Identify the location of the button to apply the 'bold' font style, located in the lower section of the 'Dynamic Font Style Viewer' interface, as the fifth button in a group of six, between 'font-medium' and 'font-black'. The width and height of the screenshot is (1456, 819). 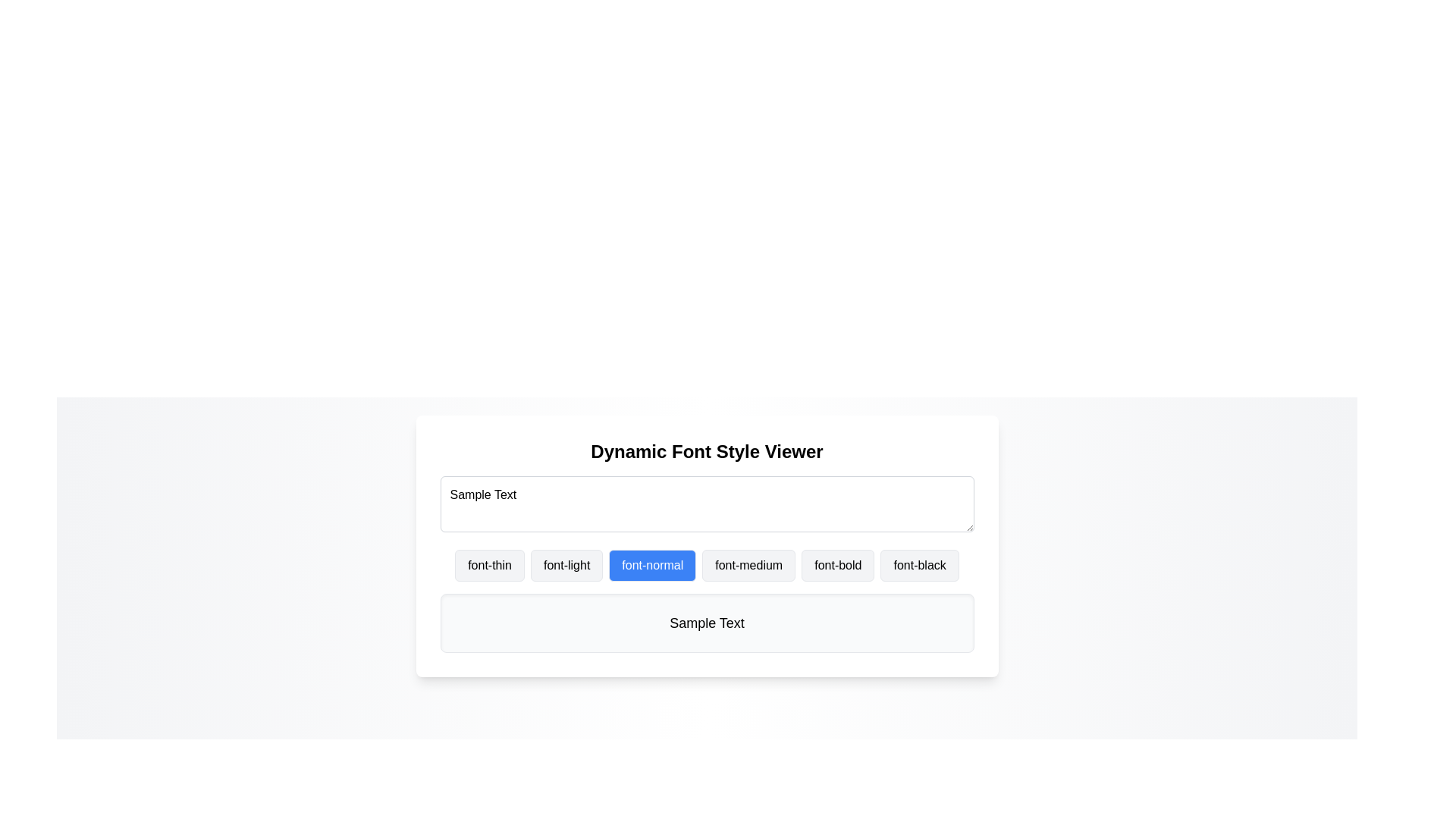
(837, 565).